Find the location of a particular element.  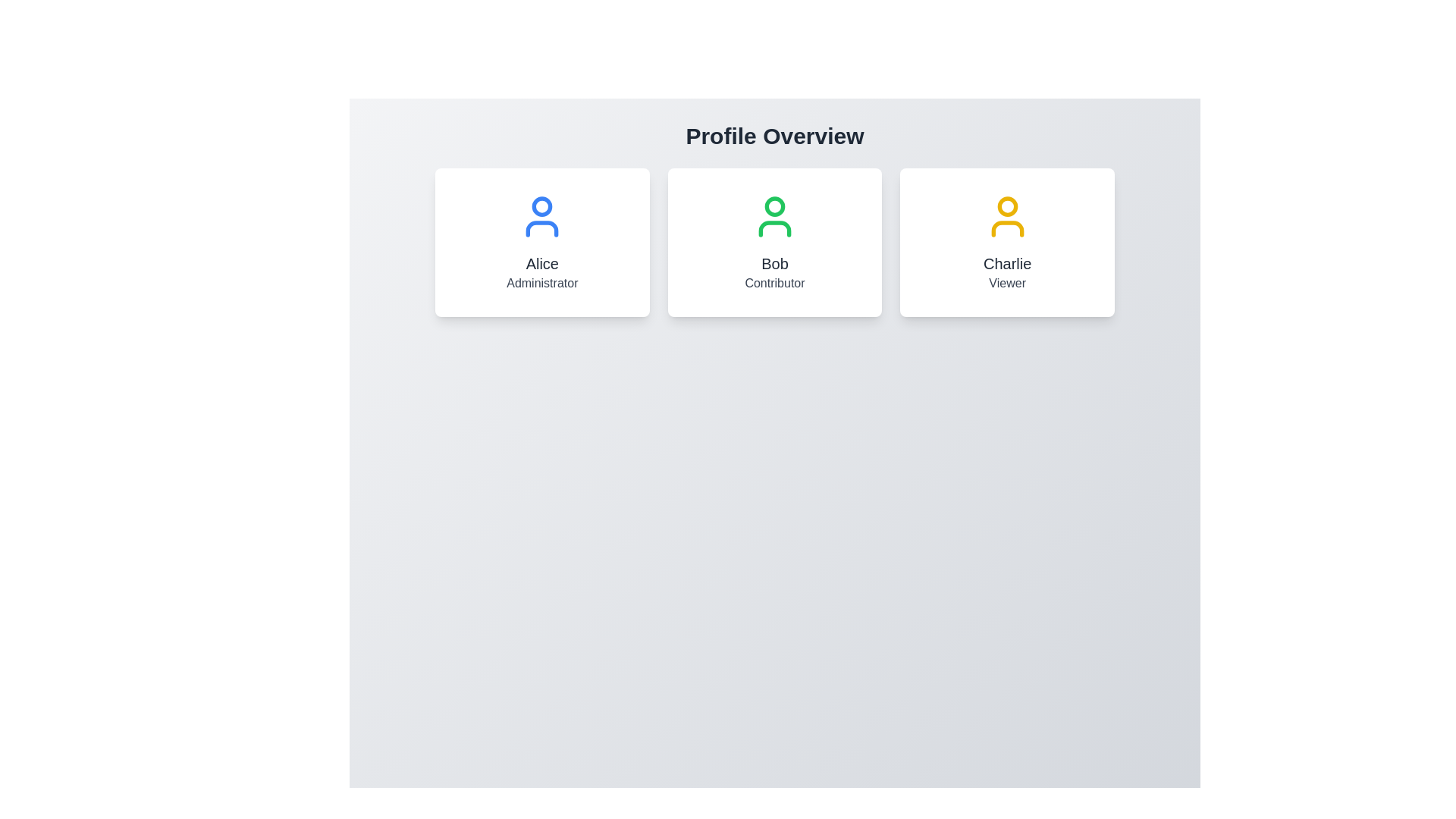

the user profile card for 'Charlie', which indicates their role as a 'Viewer' in the system is located at coordinates (1007, 242).